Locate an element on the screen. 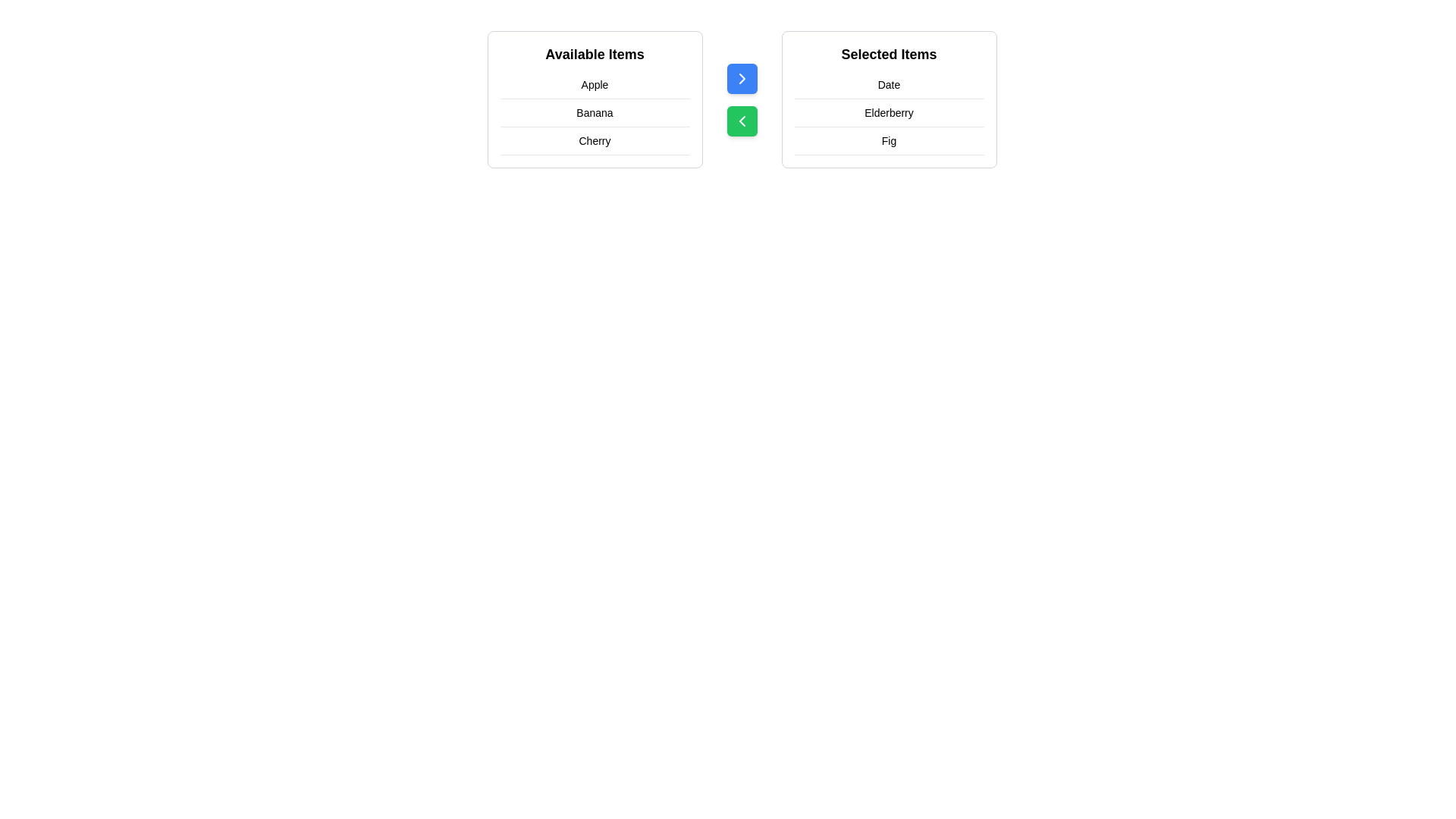  the left-pointing chevron icon within the small green square button is located at coordinates (742, 120).